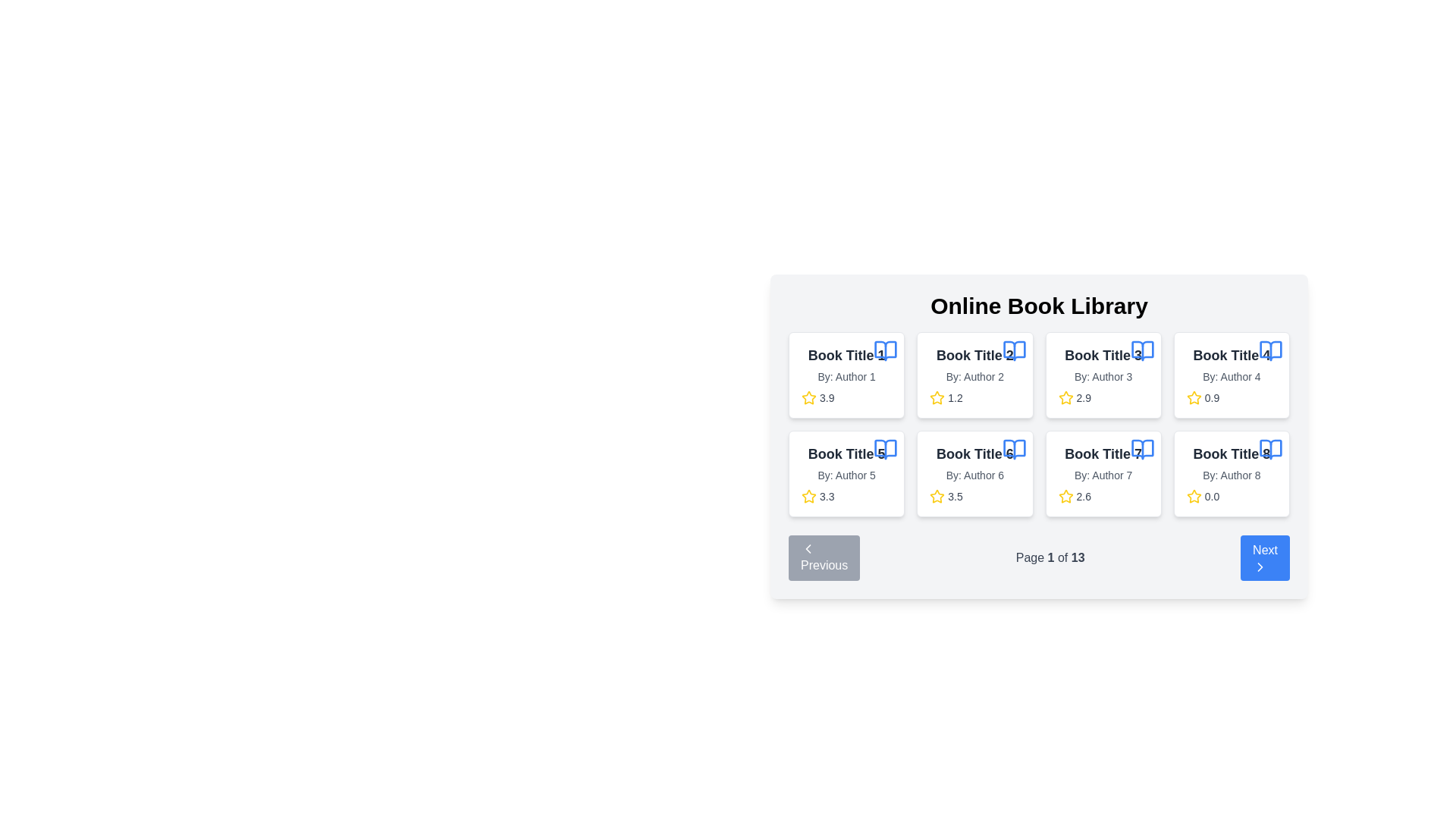 The image size is (1456, 819). Describe the element at coordinates (1103, 356) in the screenshot. I see `text of the label displaying 'Book Title 3', which is styled in bold and larger than standard text, located in the top row, third column of the book information card` at that location.